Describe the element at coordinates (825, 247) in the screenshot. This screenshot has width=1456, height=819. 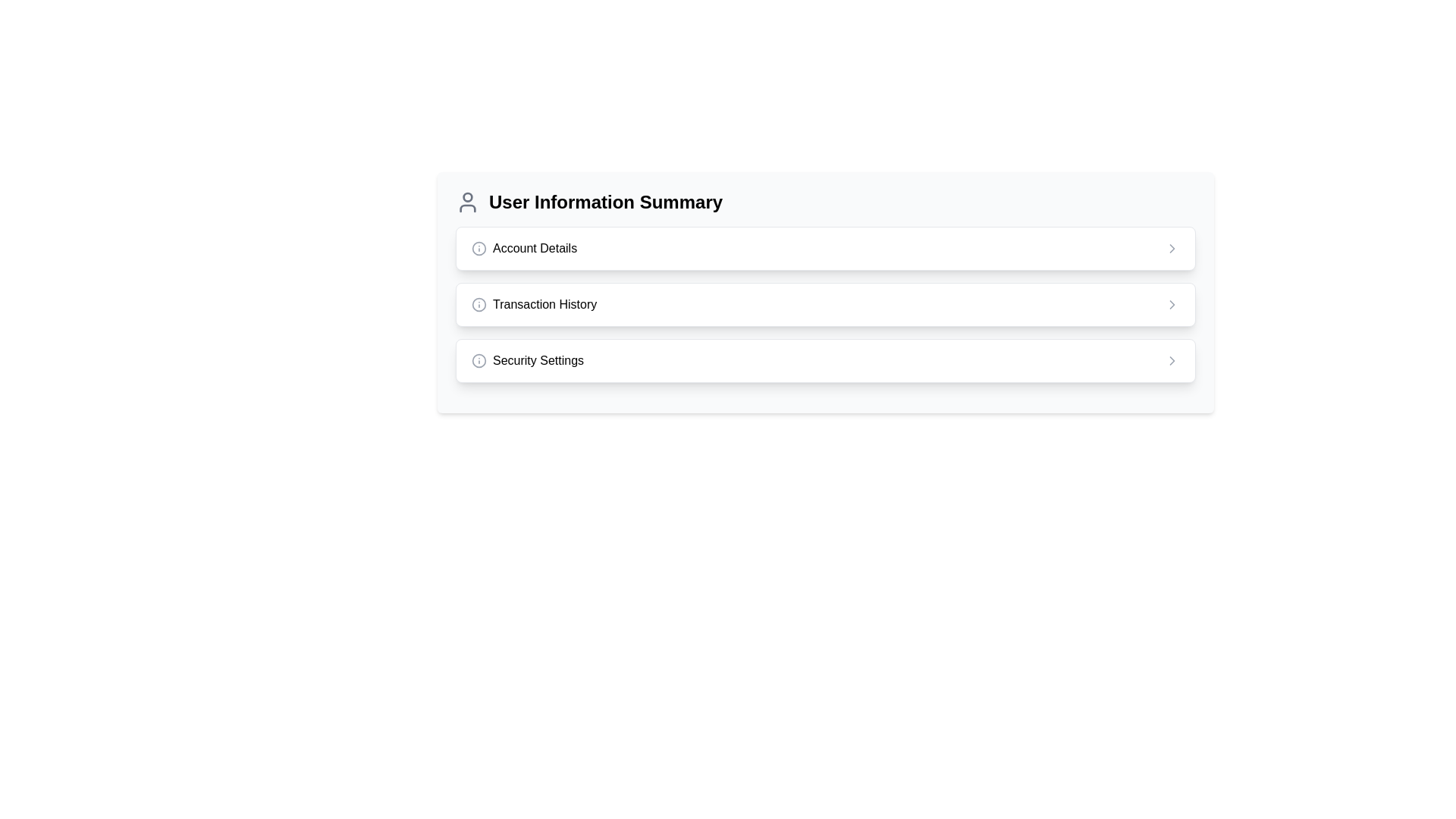
I see `the first clickable card` at that location.